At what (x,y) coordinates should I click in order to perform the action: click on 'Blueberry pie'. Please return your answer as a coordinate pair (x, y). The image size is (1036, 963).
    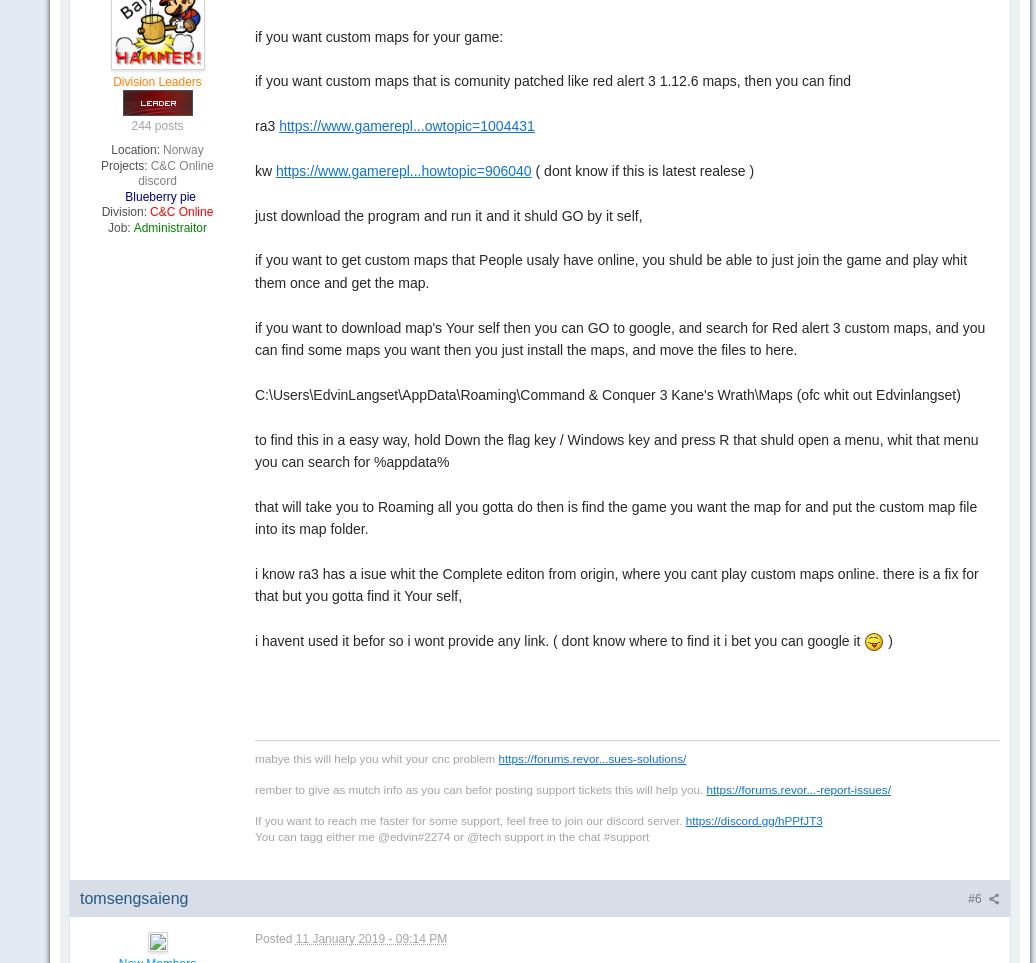
    Looking at the image, I should click on (160, 194).